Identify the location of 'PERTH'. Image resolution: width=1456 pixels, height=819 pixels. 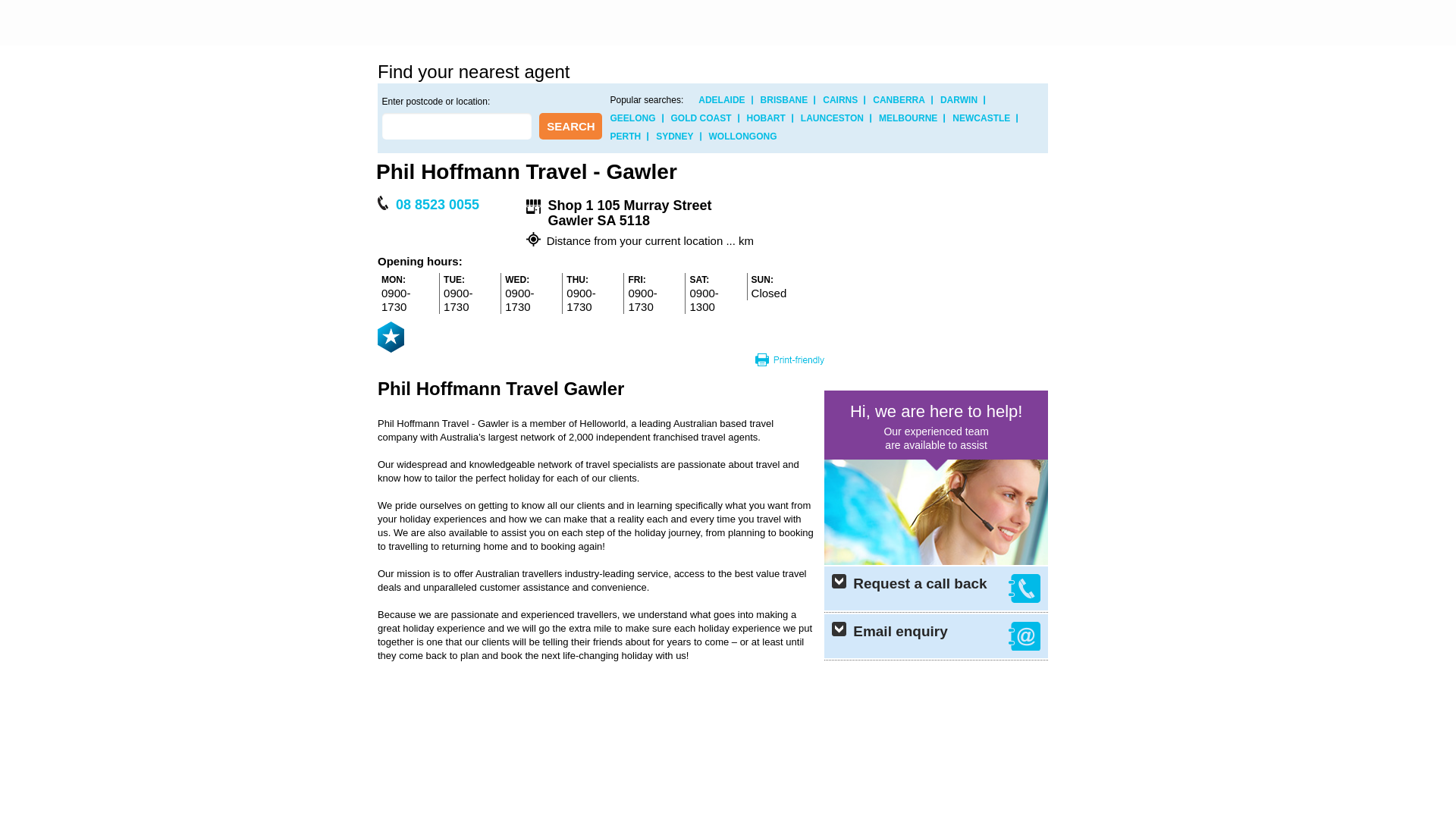
(625, 136).